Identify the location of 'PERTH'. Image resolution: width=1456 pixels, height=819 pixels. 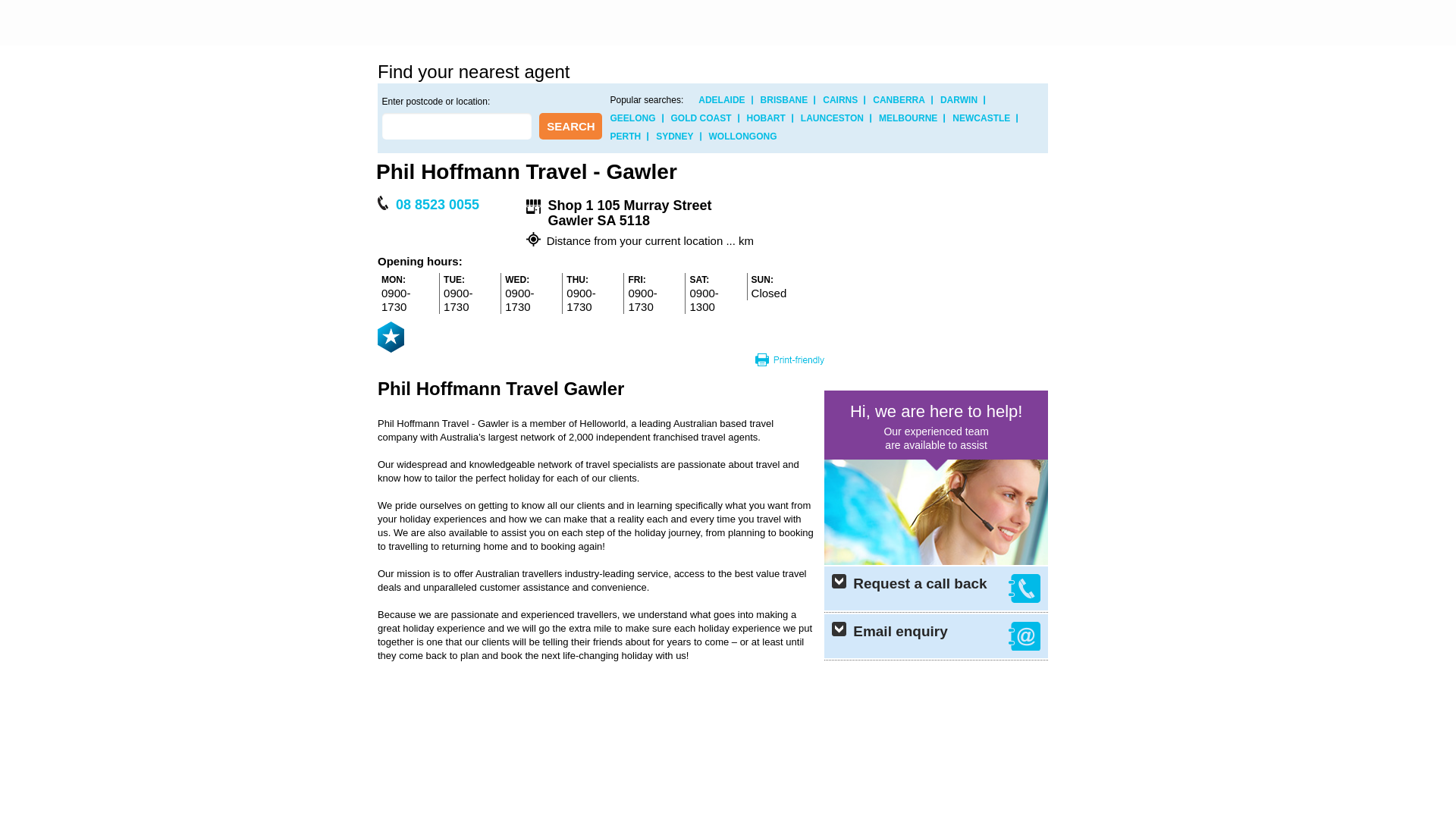
(625, 136).